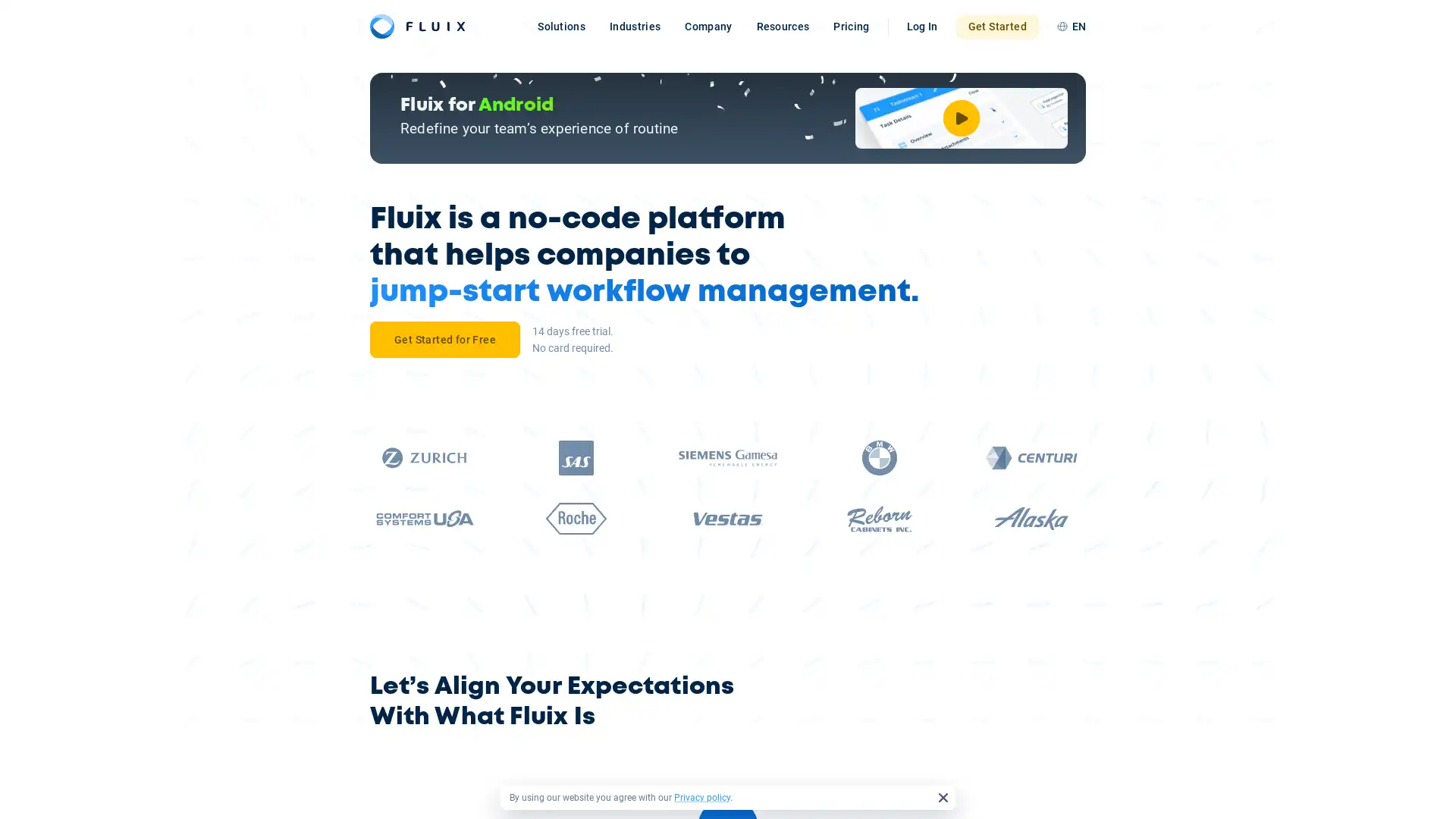 This screenshot has height=819, width=1456. What do you see at coordinates (960, 117) in the screenshot?
I see `Watch Video` at bounding box center [960, 117].